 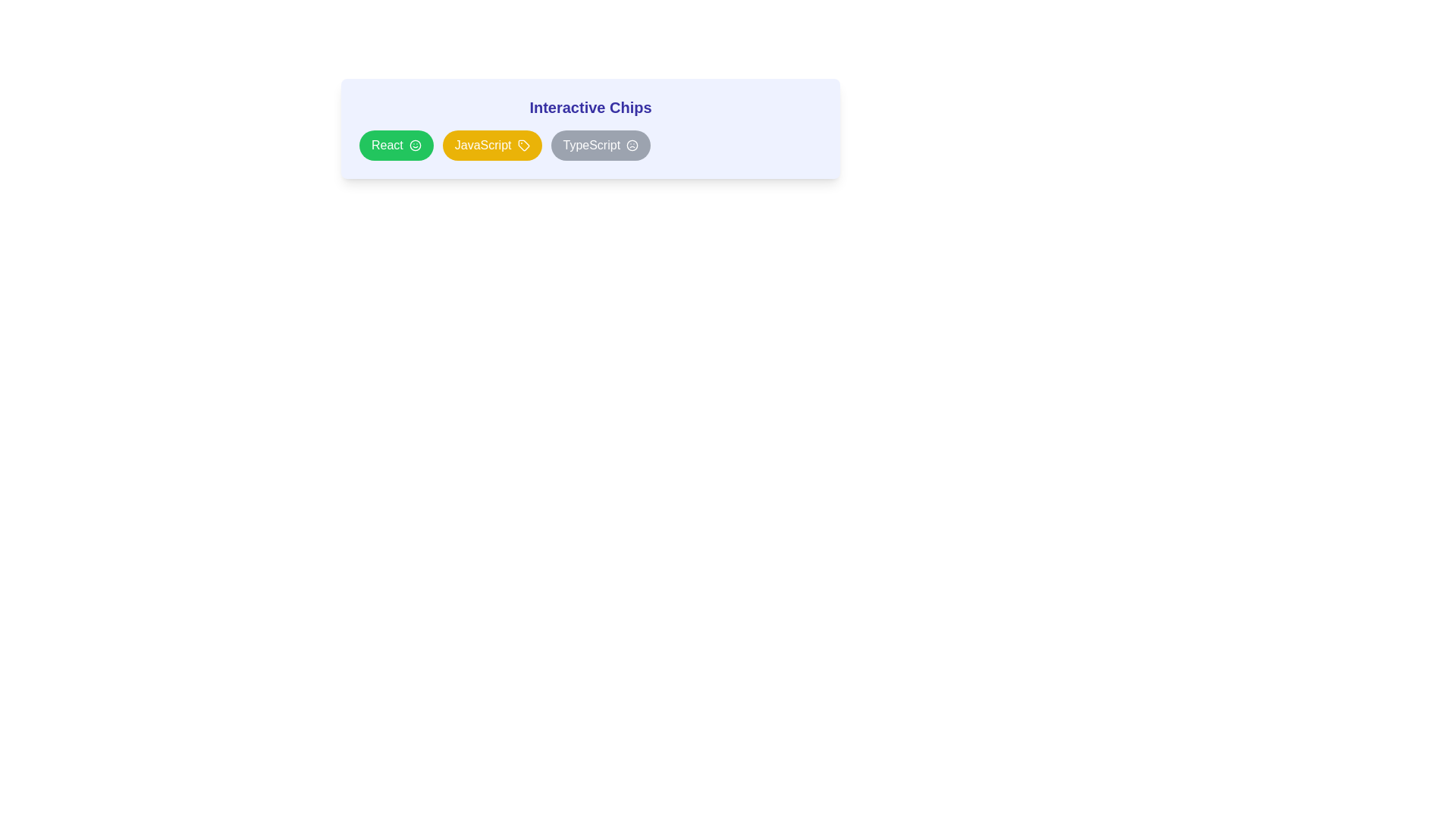 What do you see at coordinates (523, 146) in the screenshot?
I see `the tag-like icon to the right of the 'JavaScript' label within the yellow chip` at bounding box center [523, 146].